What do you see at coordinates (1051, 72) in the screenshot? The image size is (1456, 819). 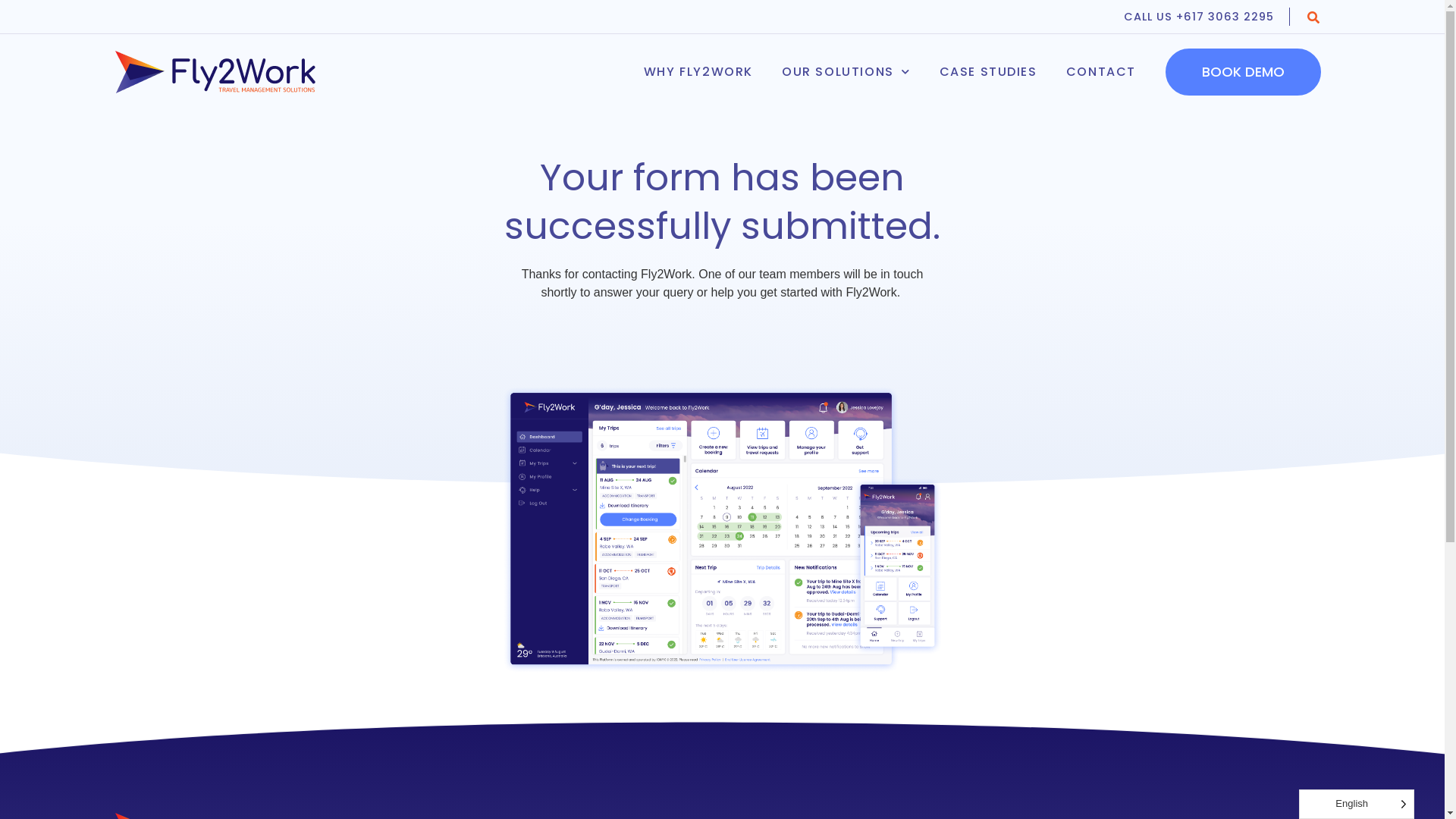 I see `'CONTACT'` at bounding box center [1051, 72].